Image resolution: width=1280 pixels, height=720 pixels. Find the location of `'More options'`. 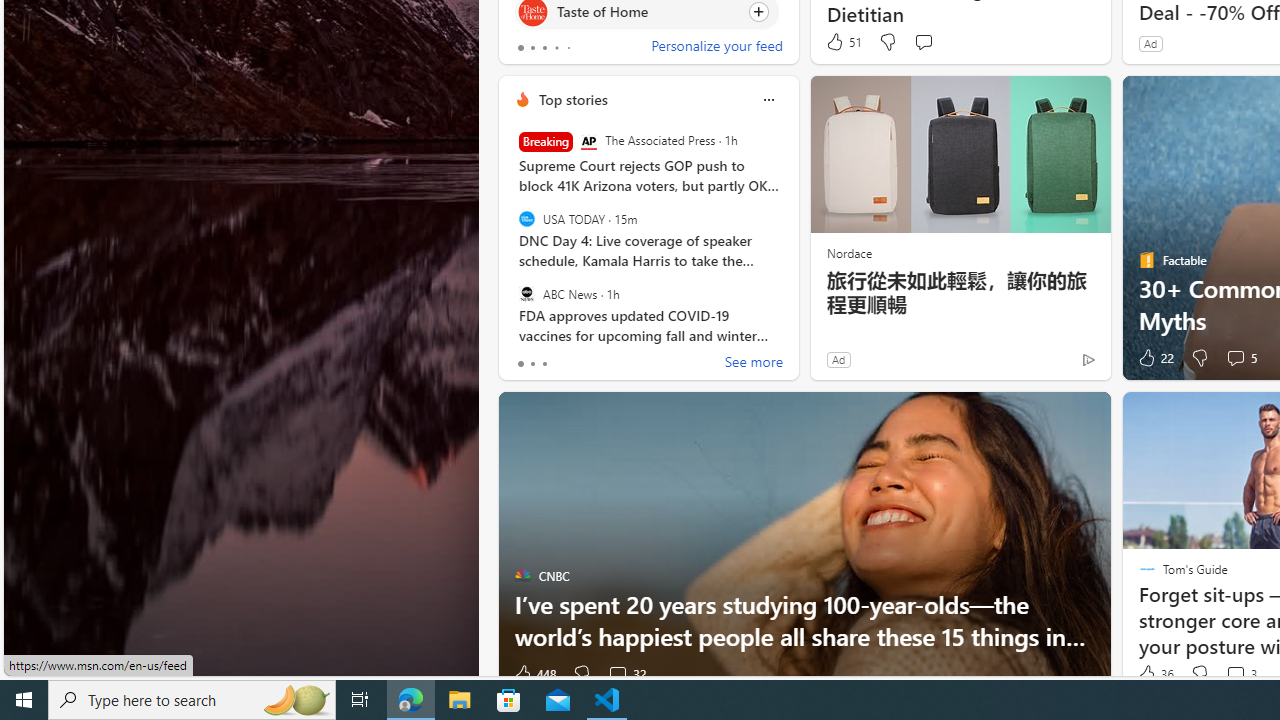

'More options' is located at coordinates (767, 99).